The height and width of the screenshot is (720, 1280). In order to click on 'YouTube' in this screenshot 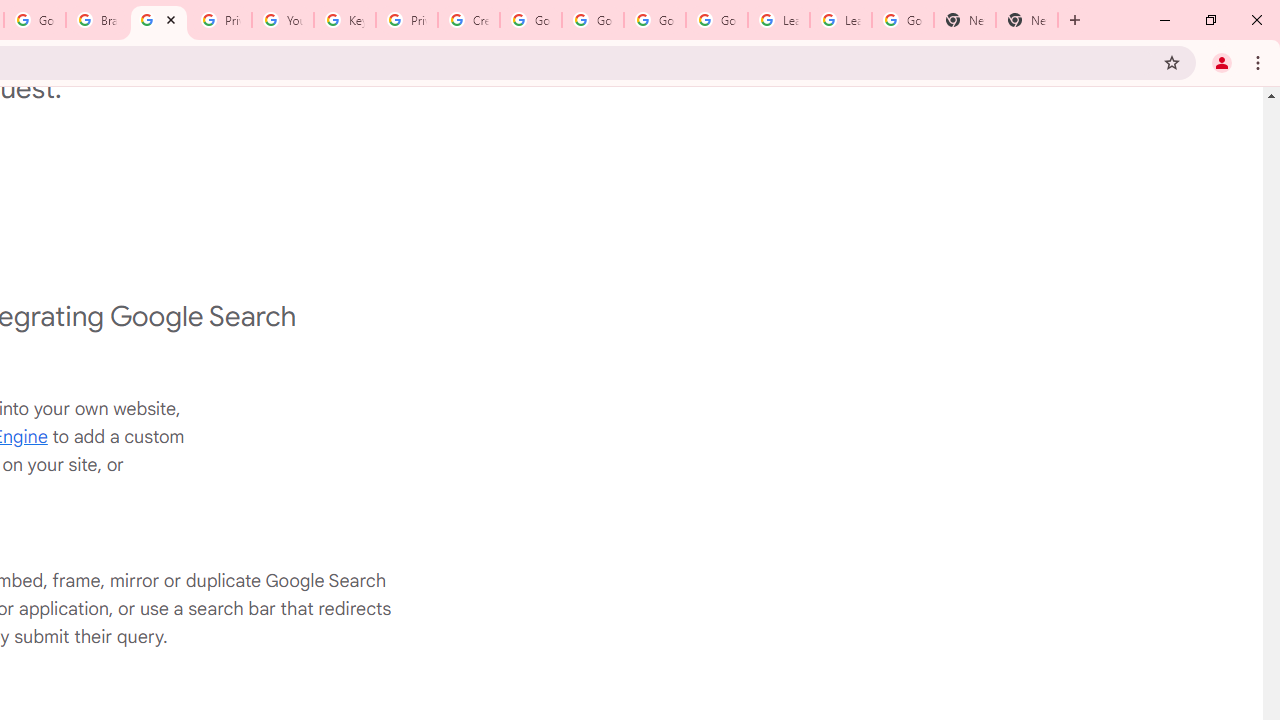, I will do `click(281, 20)`.